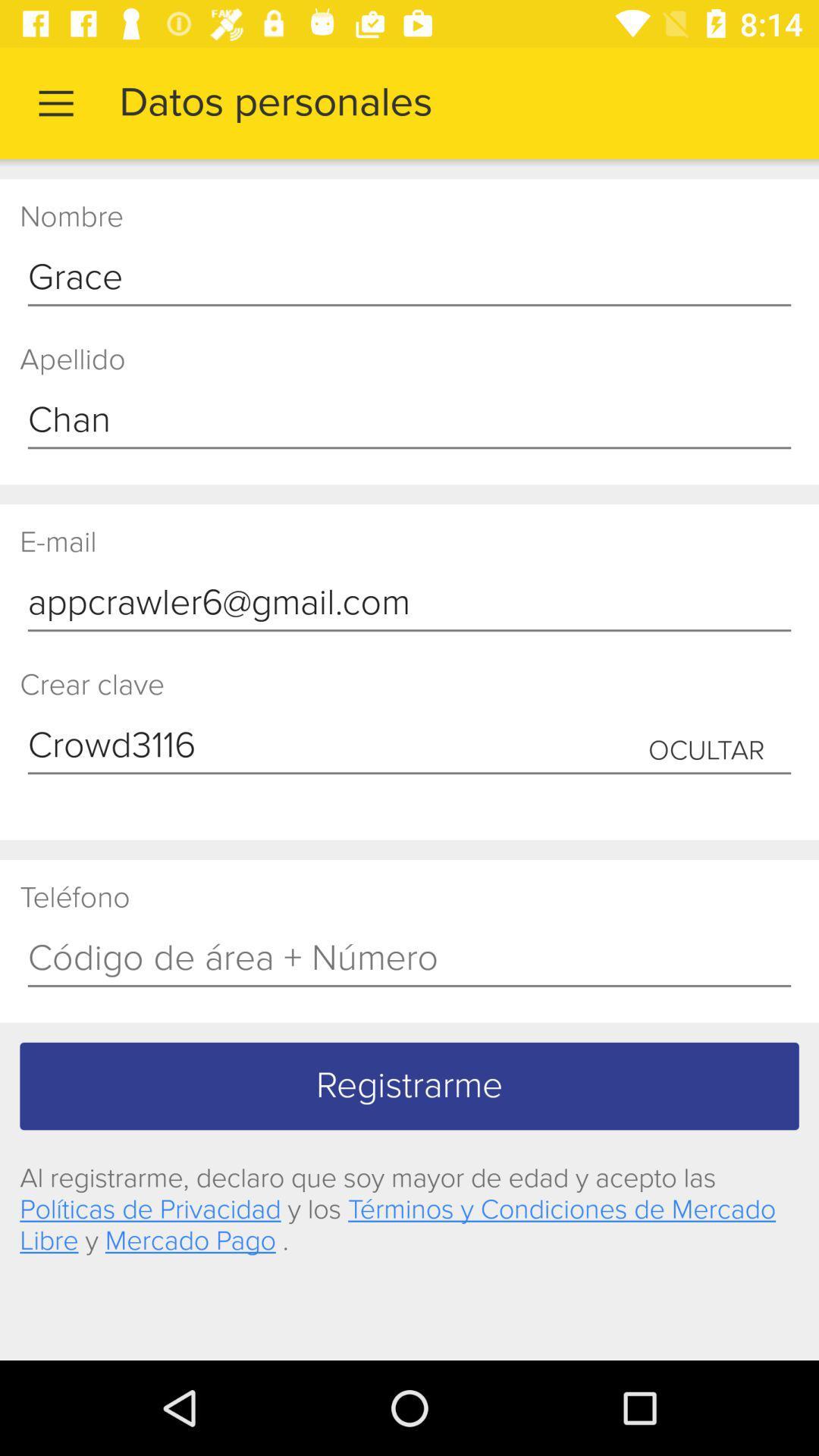 Image resolution: width=819 pixels, height=1456 pixels. I want to click on the icon below the nombre, so click(409, 278).